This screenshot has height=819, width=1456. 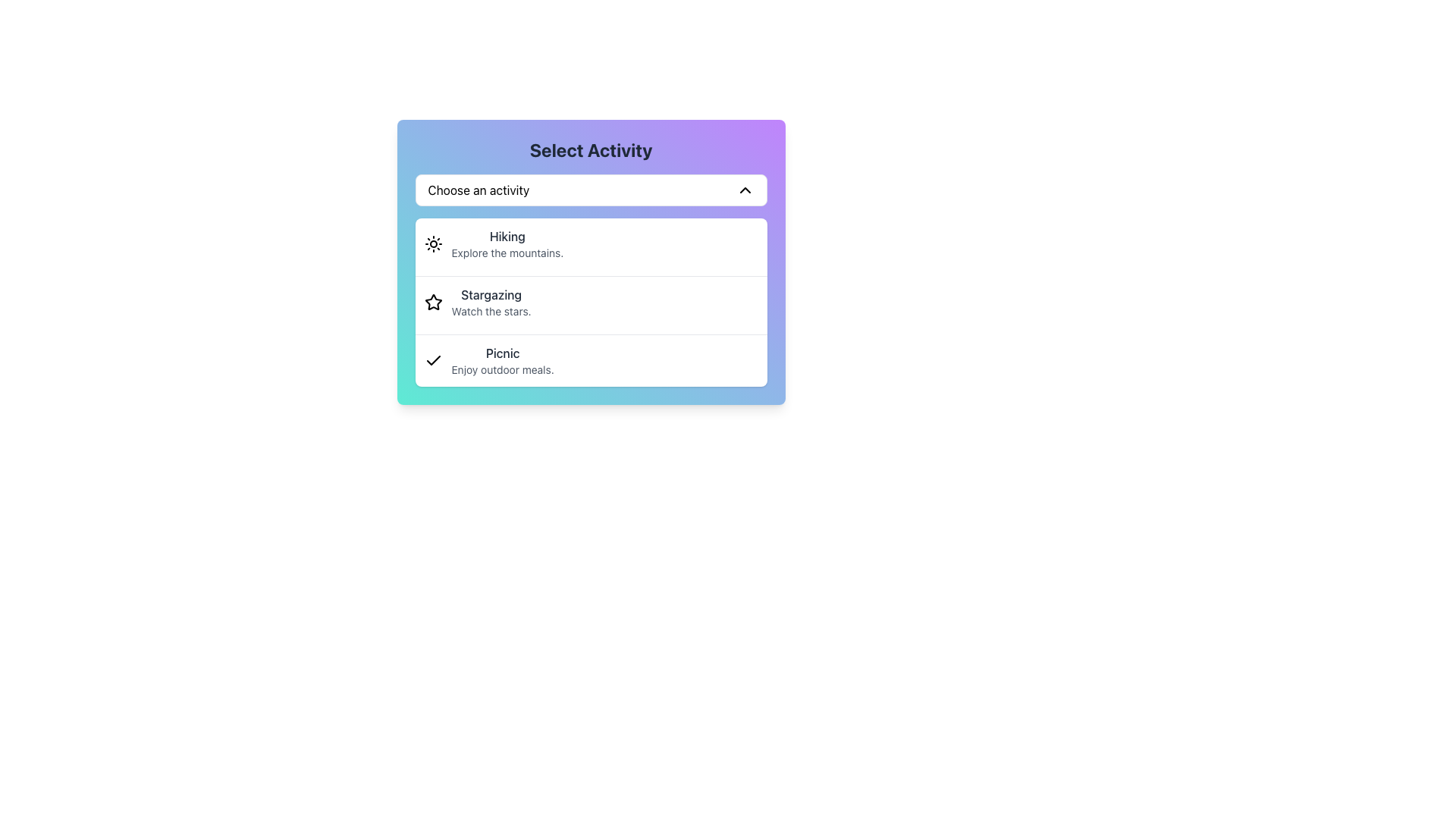 I want to click on the small checkmark icon located in the third list item of the 'Select Activity' menu, adjacent to the label 'Picnic', so click(x=432, y=360).